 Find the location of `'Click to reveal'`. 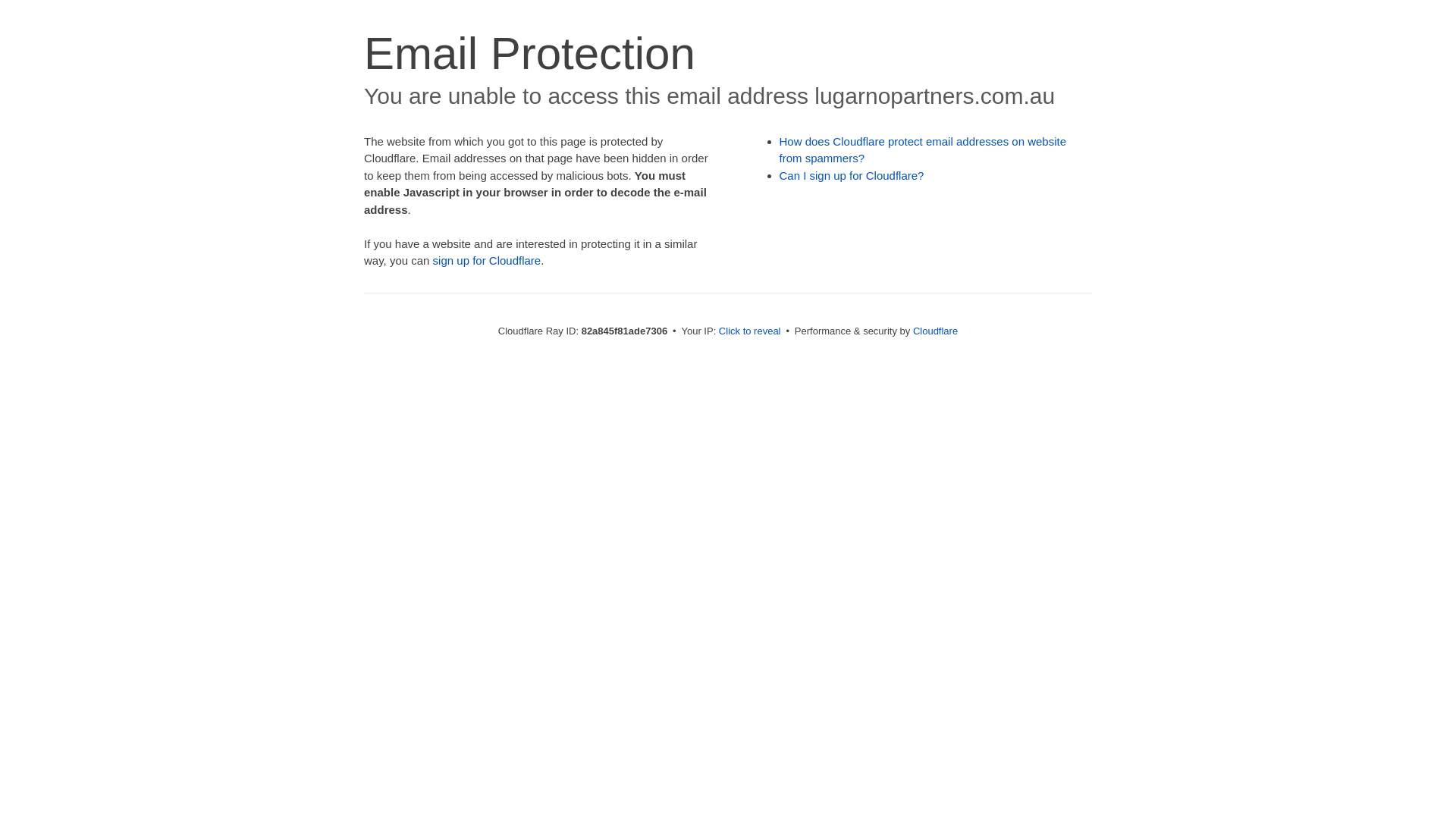

'Click to reveal' is located at coordinates (749, 330).